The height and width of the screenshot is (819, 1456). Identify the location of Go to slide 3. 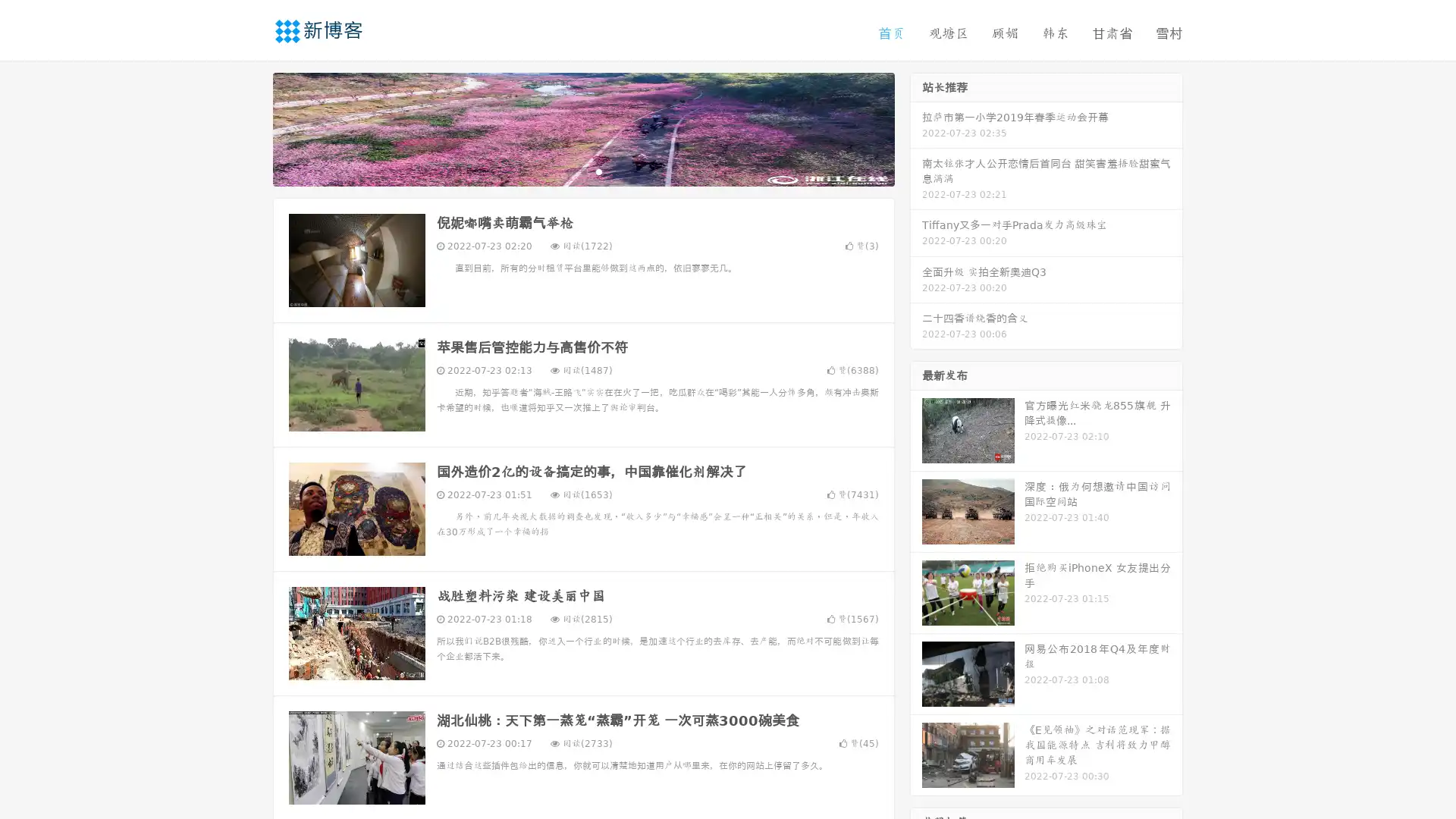
(598, 171).